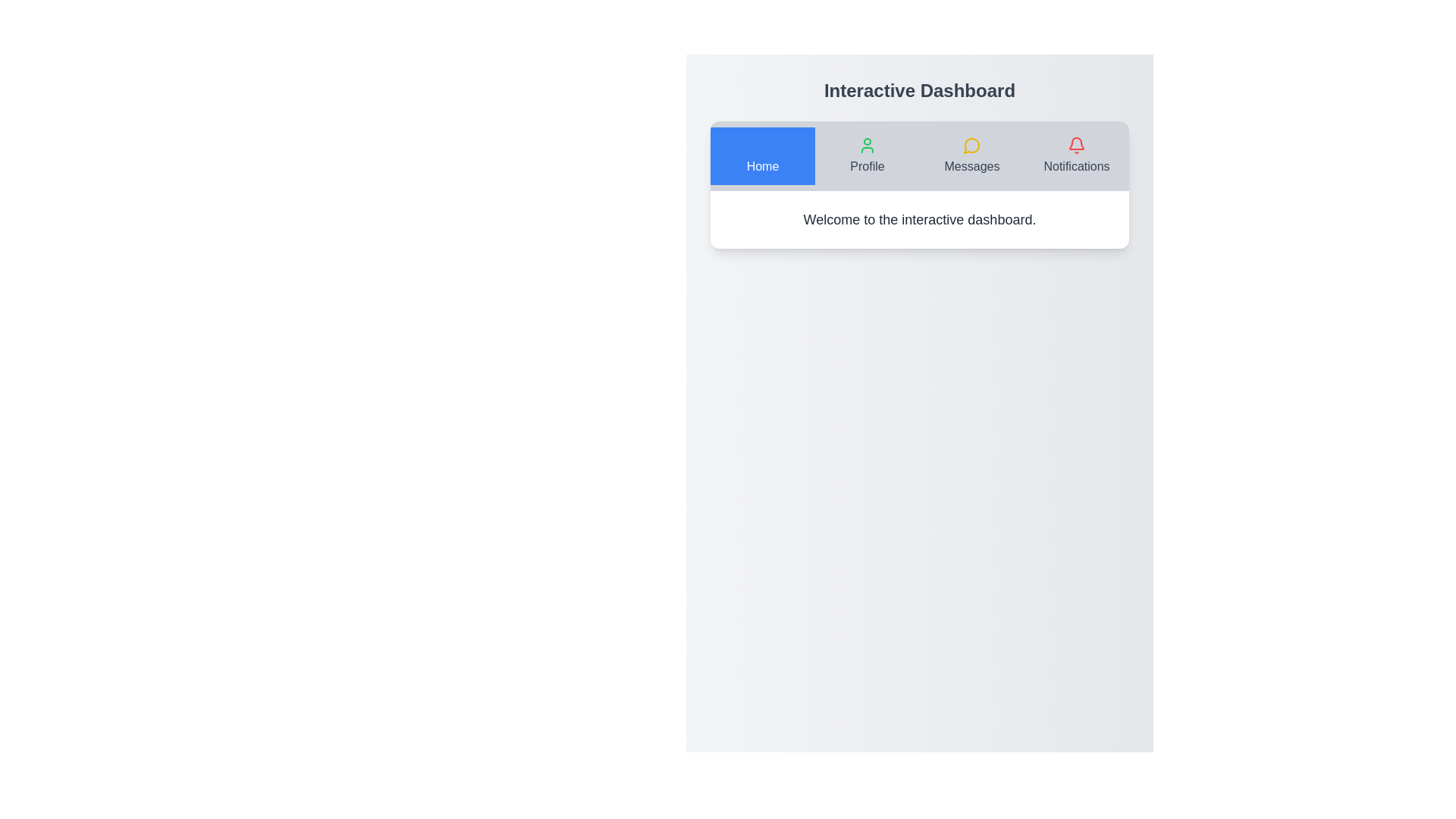  I want to click on the 'Profile' button with a green user icon above the text in the navigation bar, so click(867, 155).